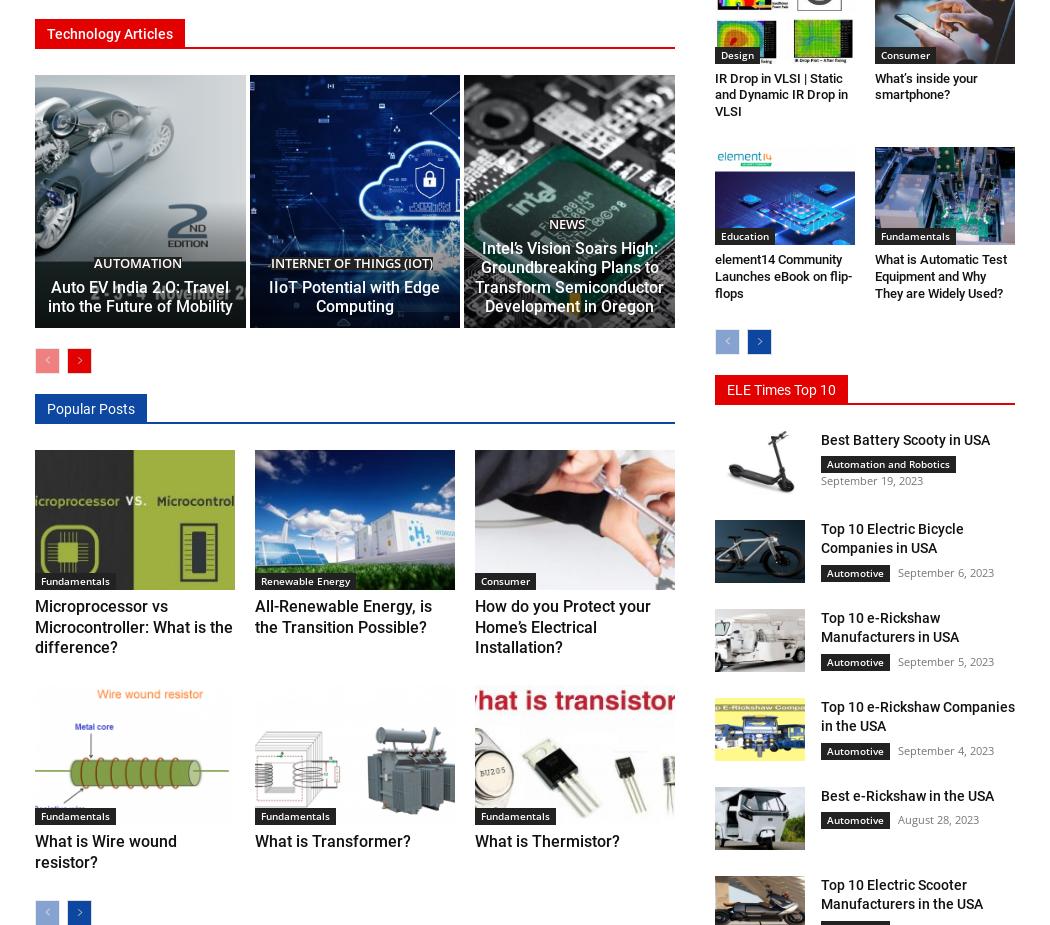 The width and height of the screenshot is (1050, 925). Describe the element at coordinates (781, 387) in the screenshot. I see `'ELE Times Top 10'` at that location.